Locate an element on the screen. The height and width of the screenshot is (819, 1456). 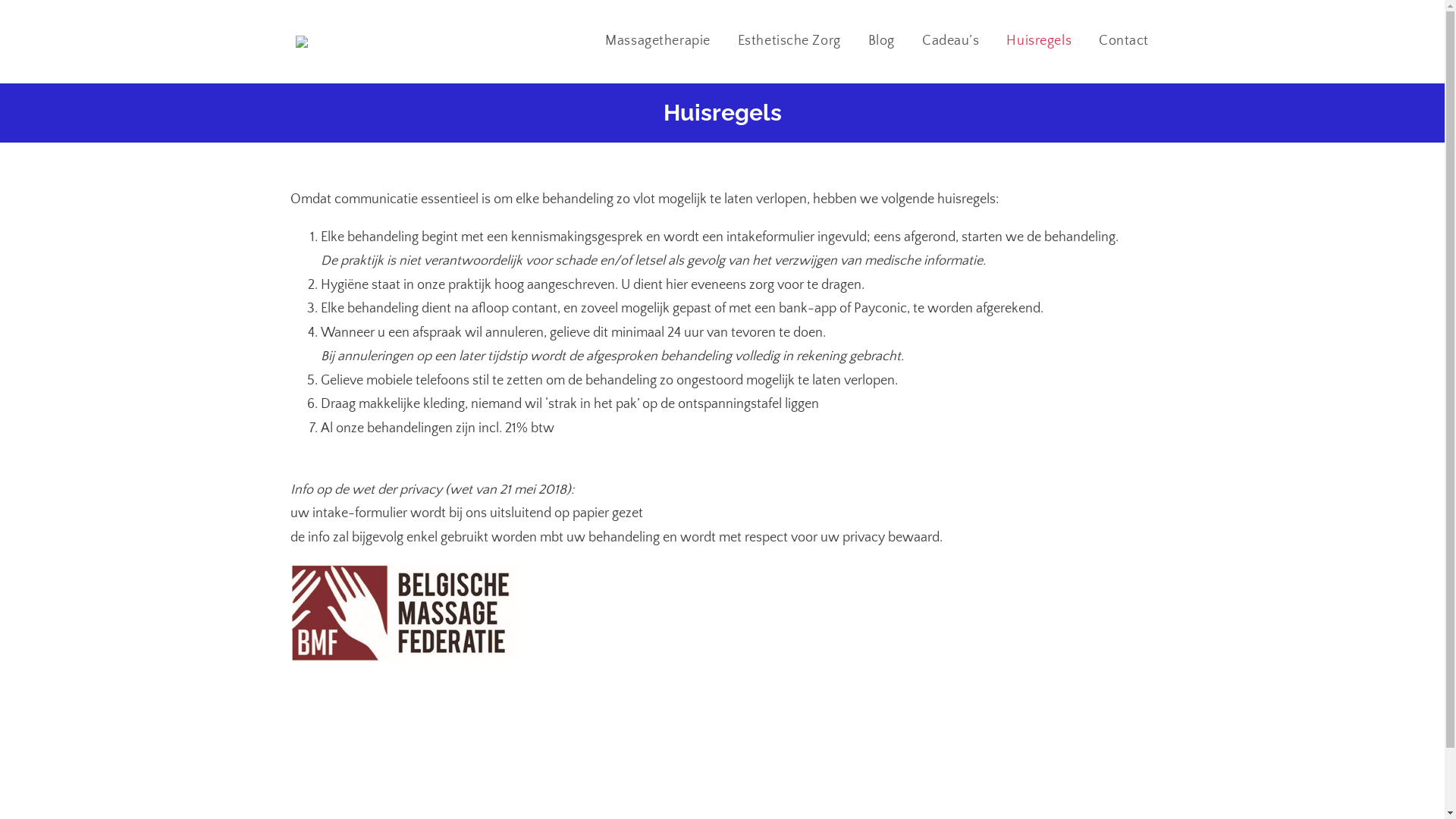
'Massagetherapie' is located at coordinates (657, 40).